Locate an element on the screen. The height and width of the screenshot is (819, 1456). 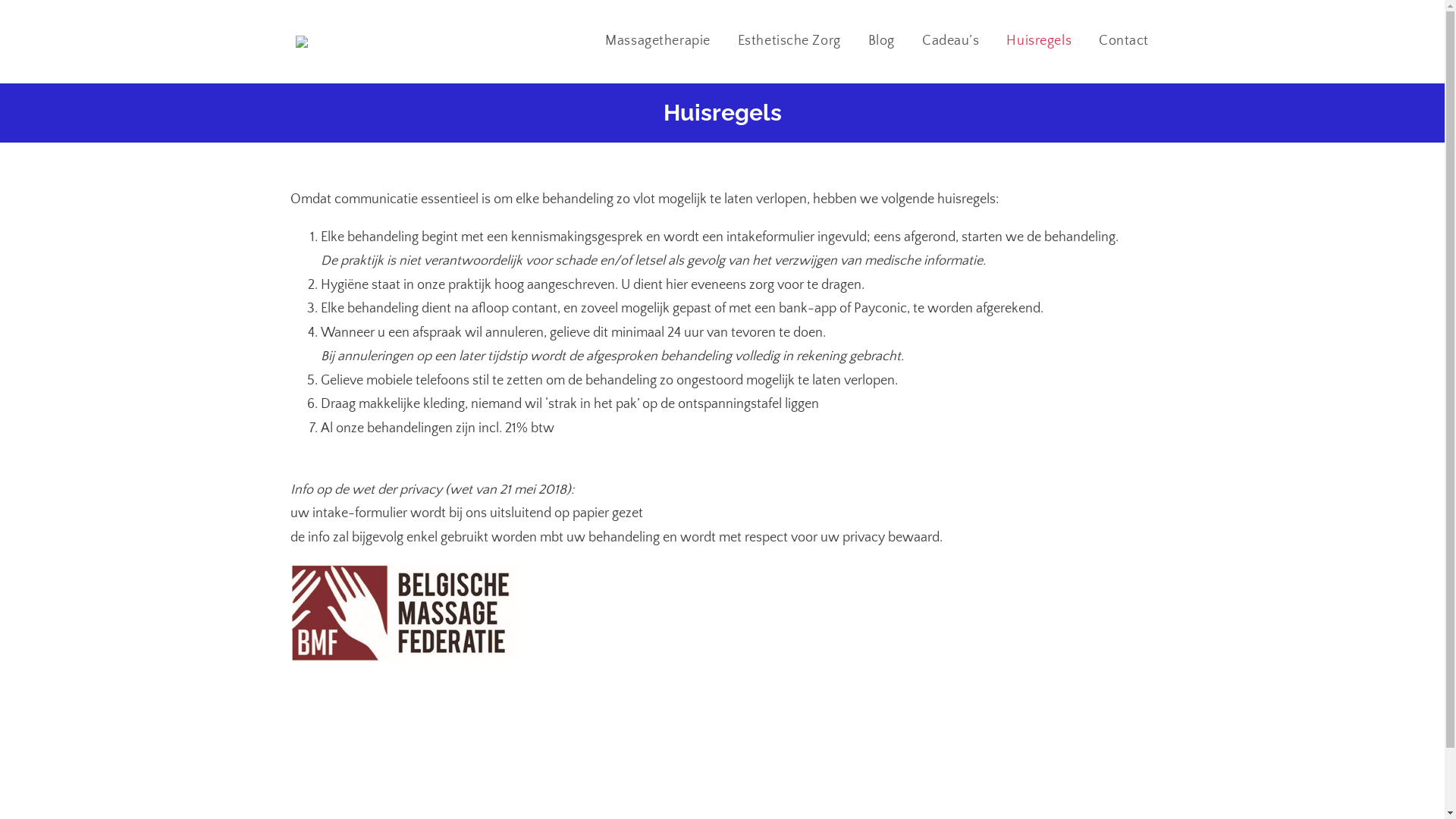
'Massagetherapie' is located at coordinates (657, 40).